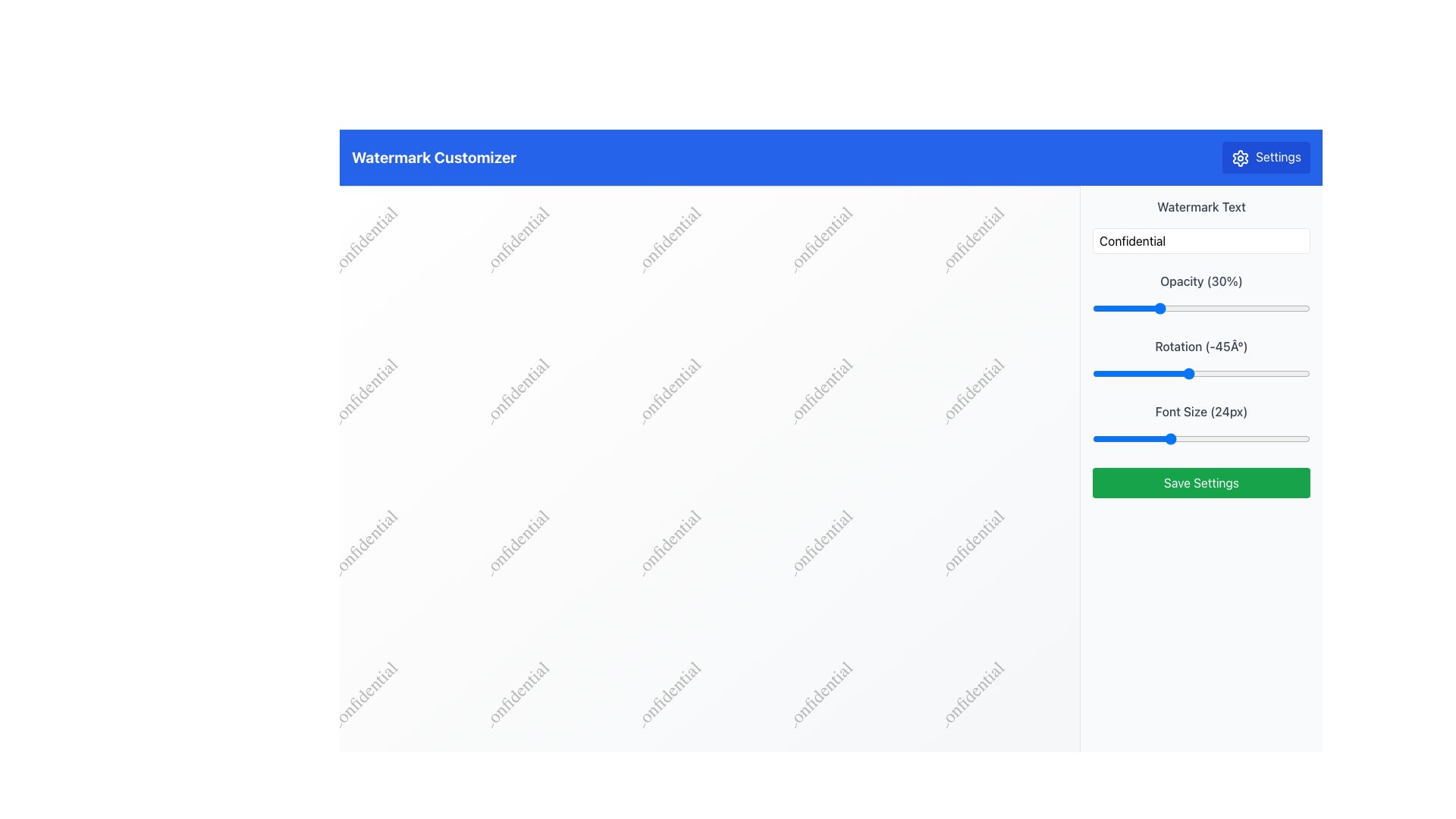  Describe the element at coordinates (1145, 373) in the screenshot. I see `rotation` at that location.